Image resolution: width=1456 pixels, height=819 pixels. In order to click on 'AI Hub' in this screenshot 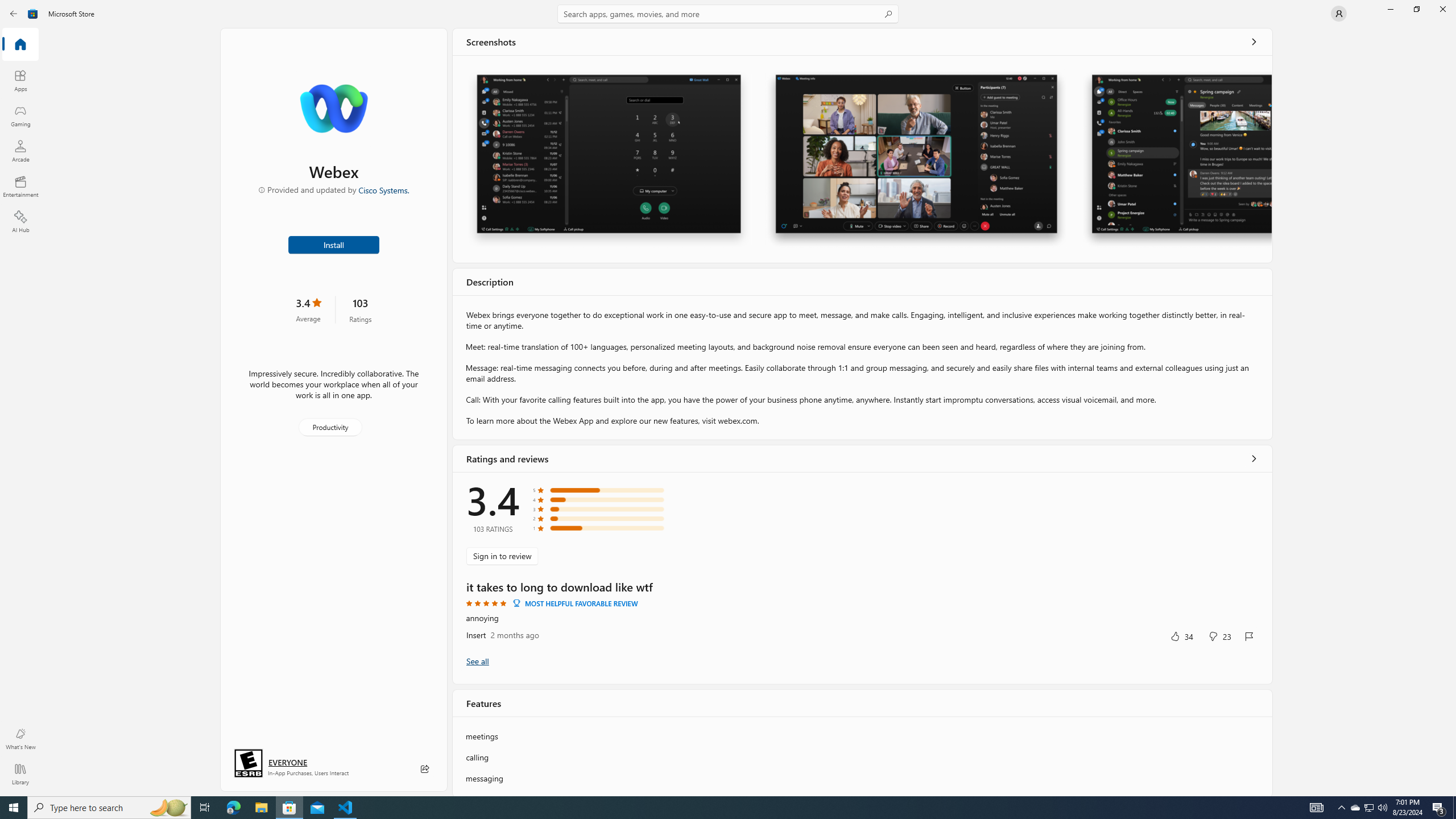, I will do `click(19, 221)`.